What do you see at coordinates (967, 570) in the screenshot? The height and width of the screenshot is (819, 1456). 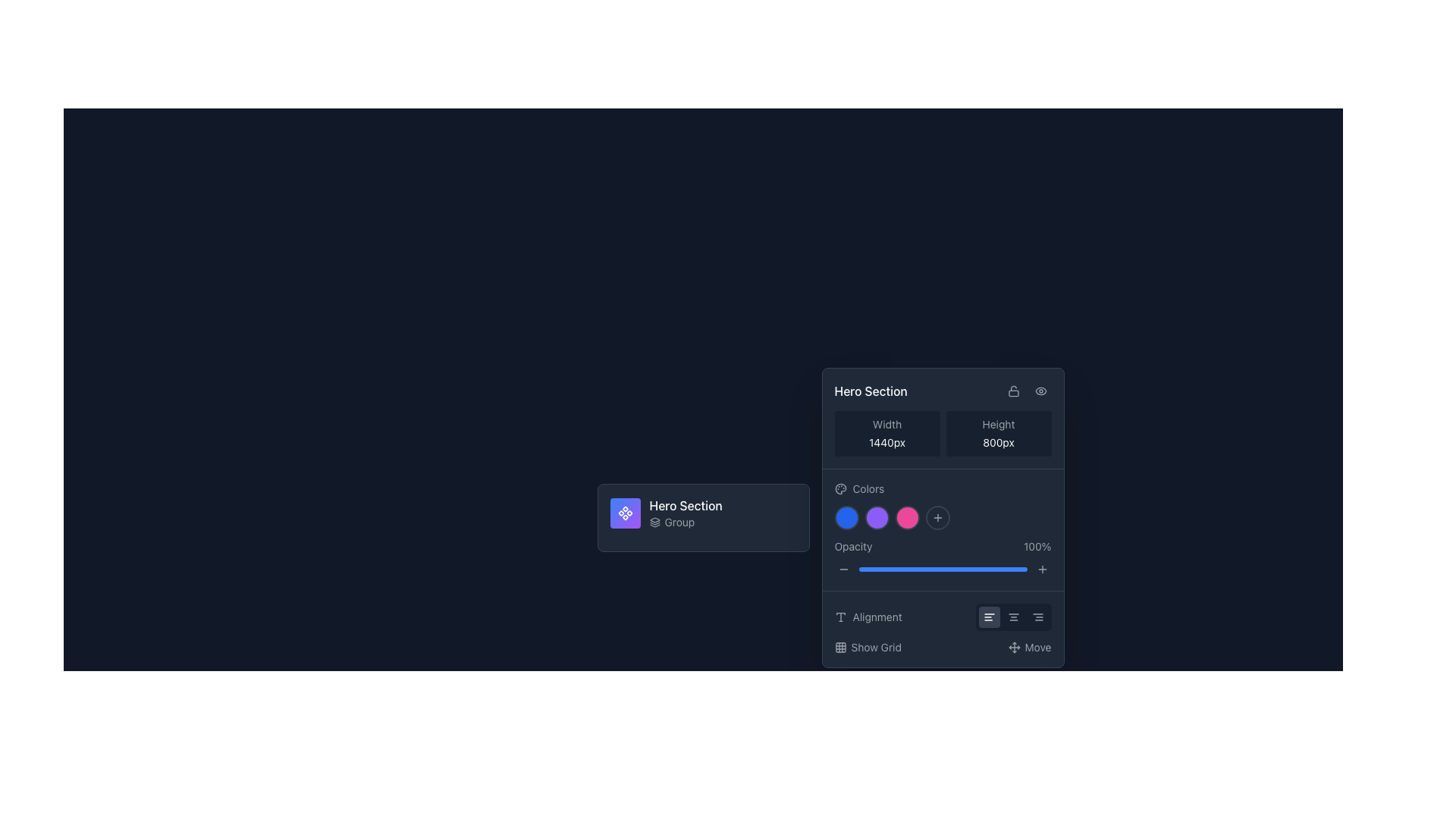 I see `slider` at bounding box center [967, 570].